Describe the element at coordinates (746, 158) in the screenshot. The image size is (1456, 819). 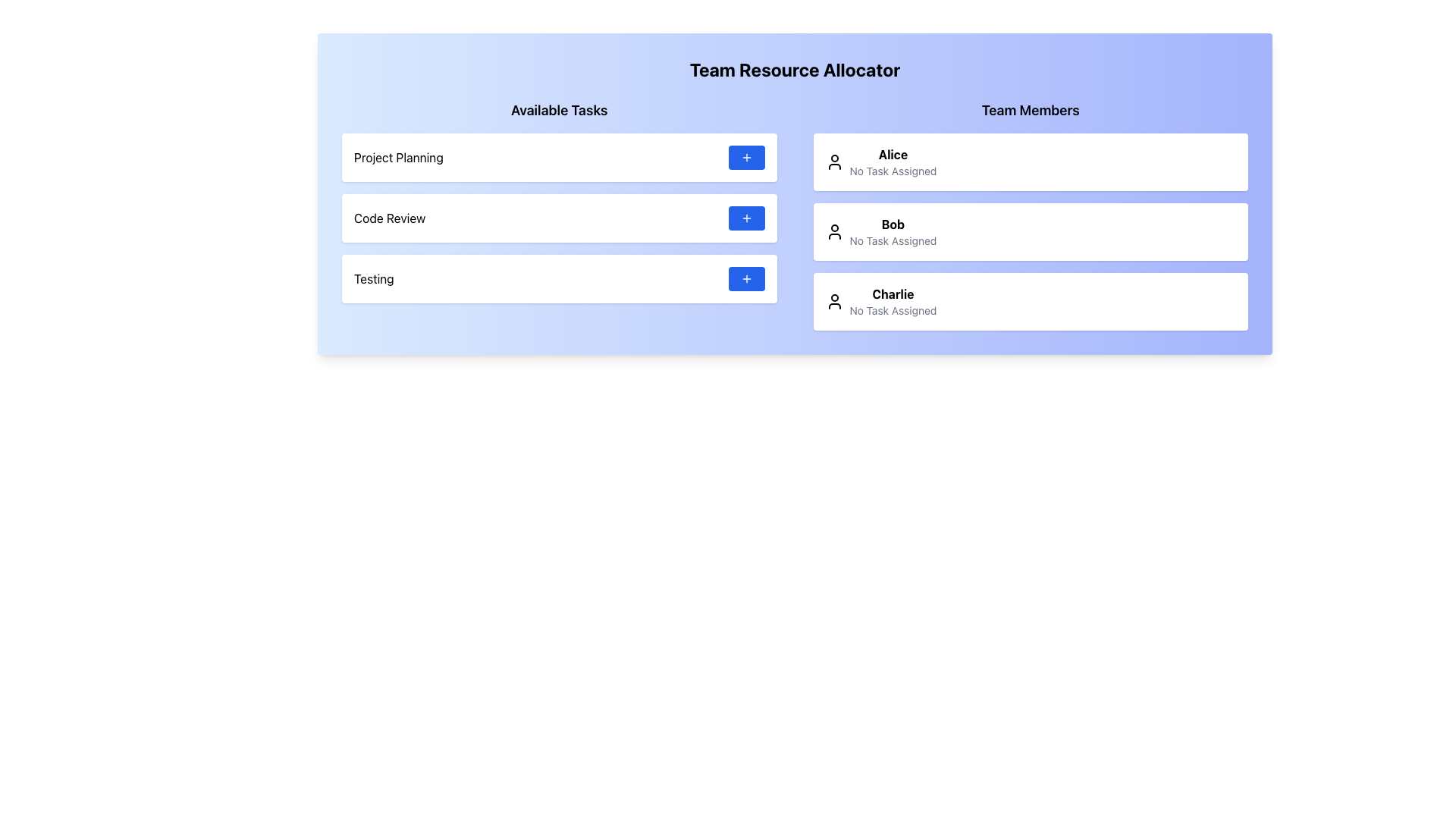
I see `the icon in the 'Available Tasks' section that is aligned to the right of the 'Project Planning' button` at that location.